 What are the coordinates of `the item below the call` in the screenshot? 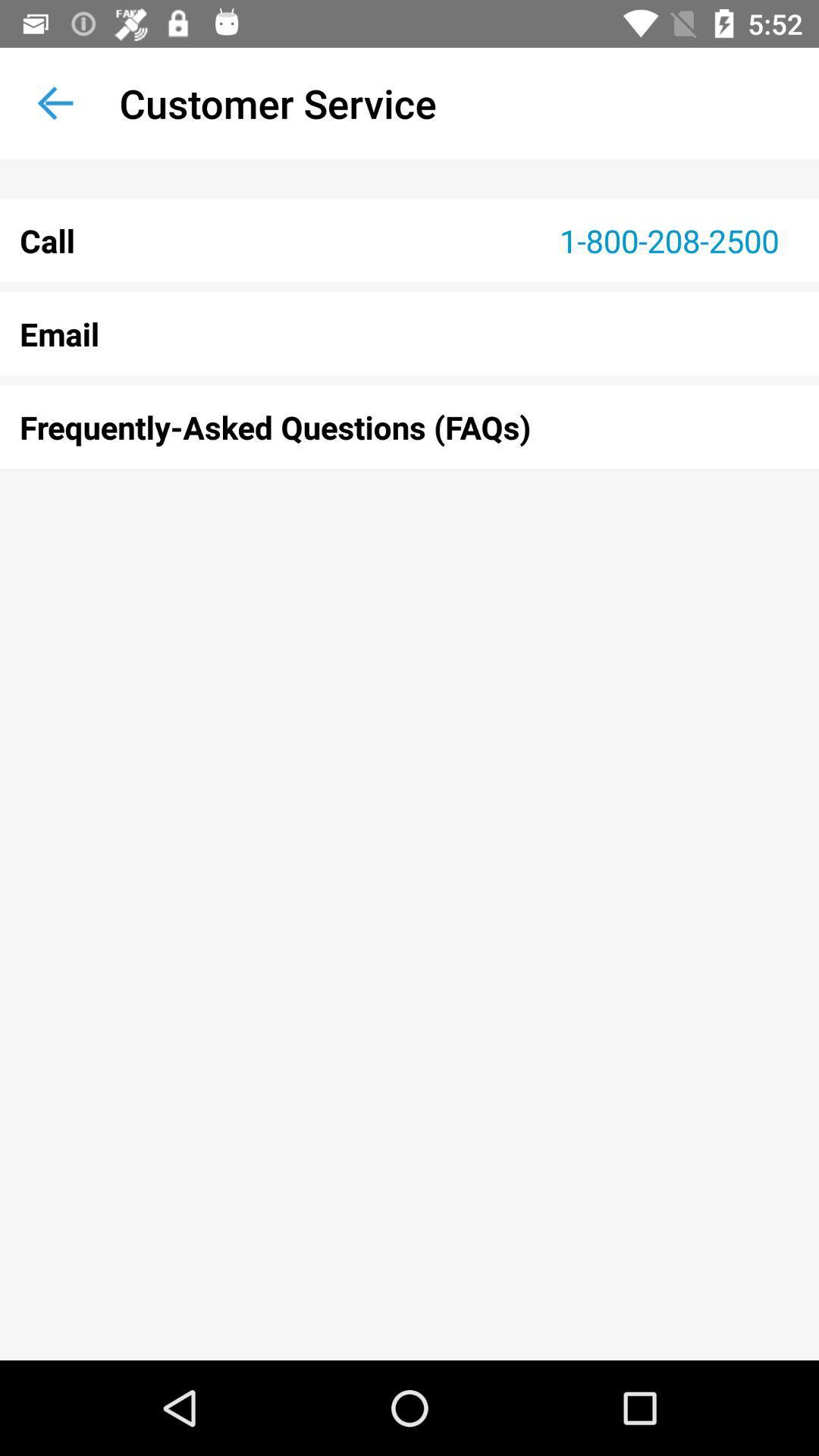 It's located at (409, 333).